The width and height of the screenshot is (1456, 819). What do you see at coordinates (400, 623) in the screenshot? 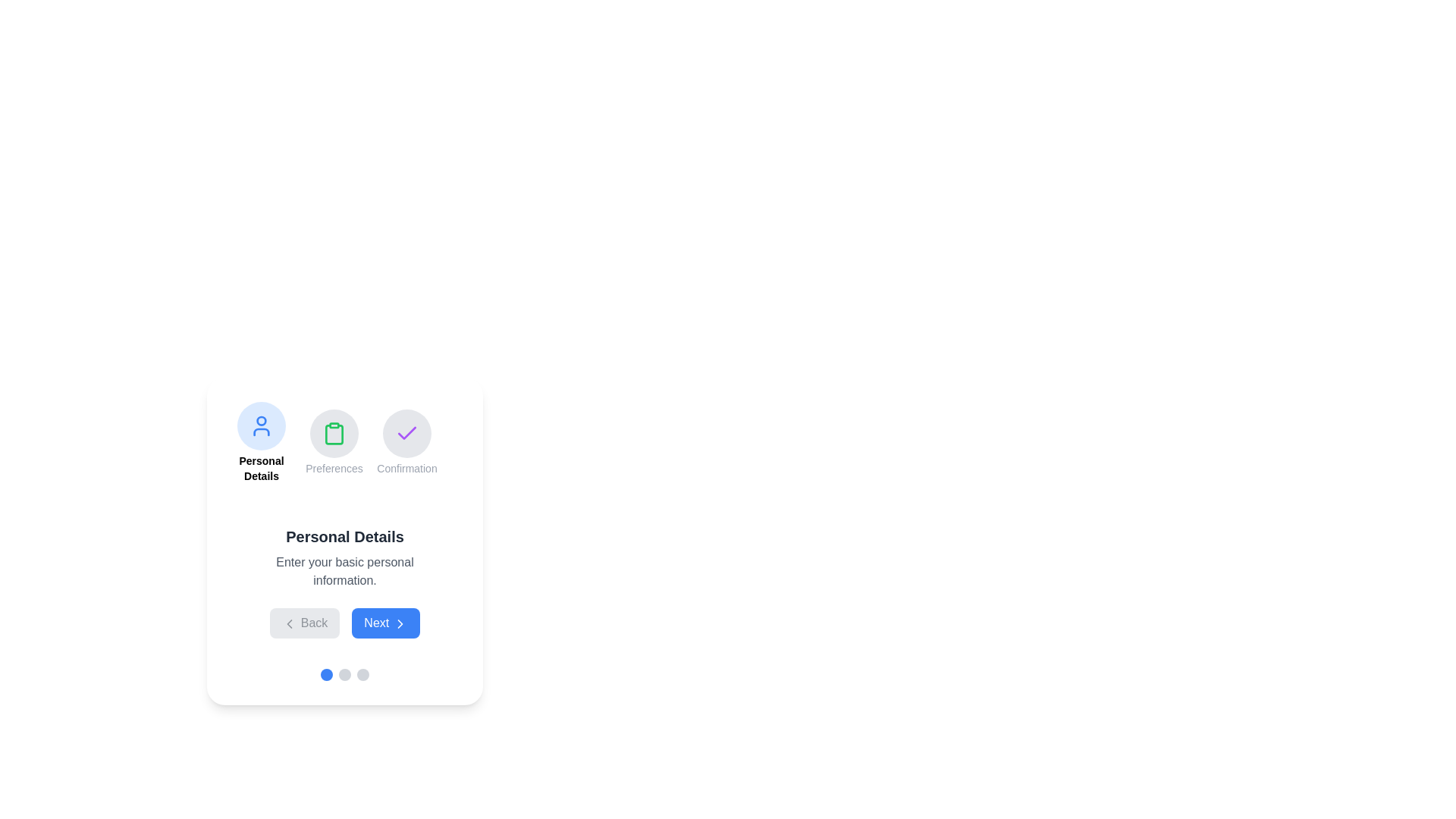
I see `the 'Next' button which contains a small right-pointing chevron icon` at bounding box center [400, 623].